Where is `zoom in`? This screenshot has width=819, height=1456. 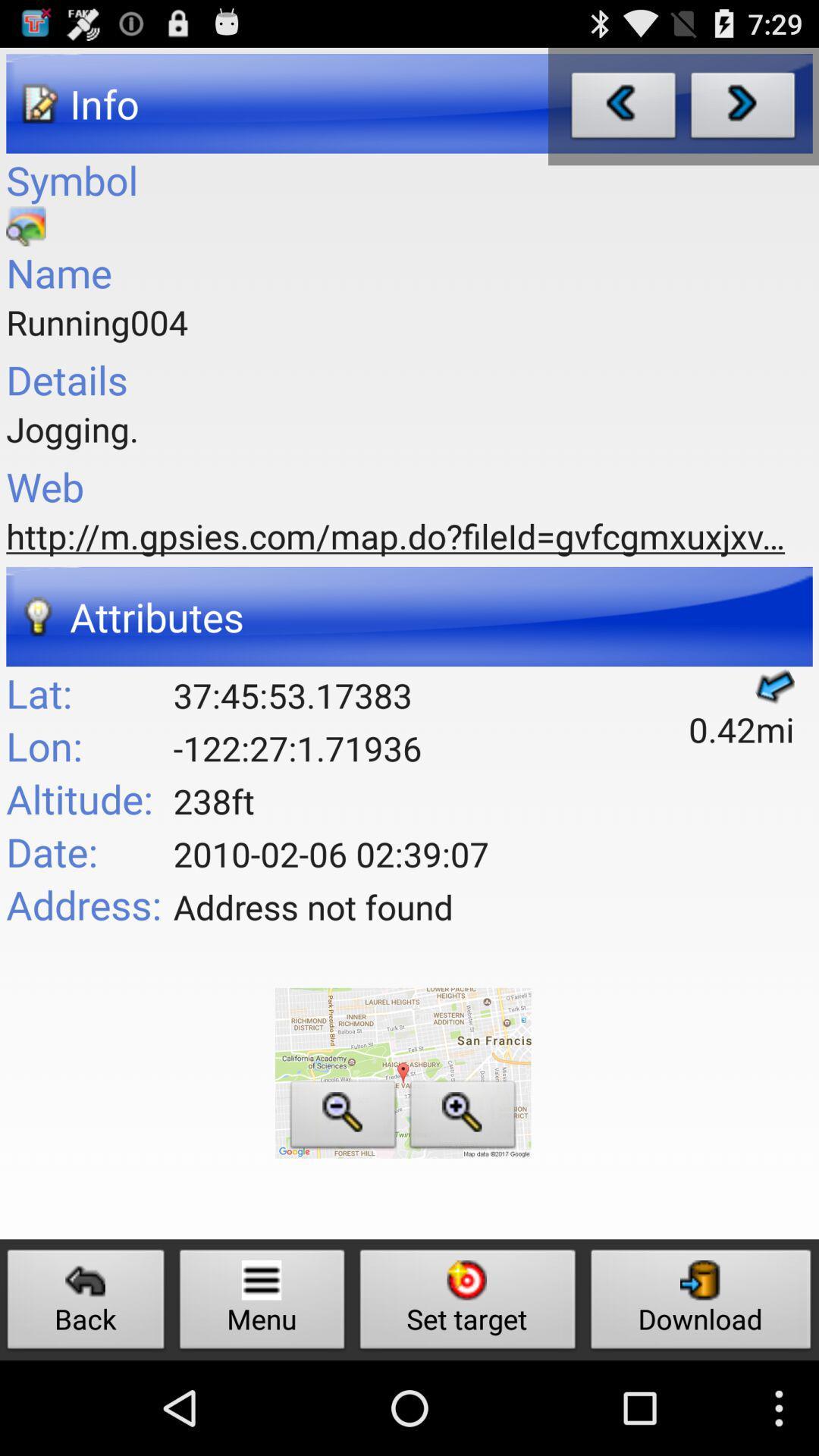 zoom in is located at coordinates (462, 1119).